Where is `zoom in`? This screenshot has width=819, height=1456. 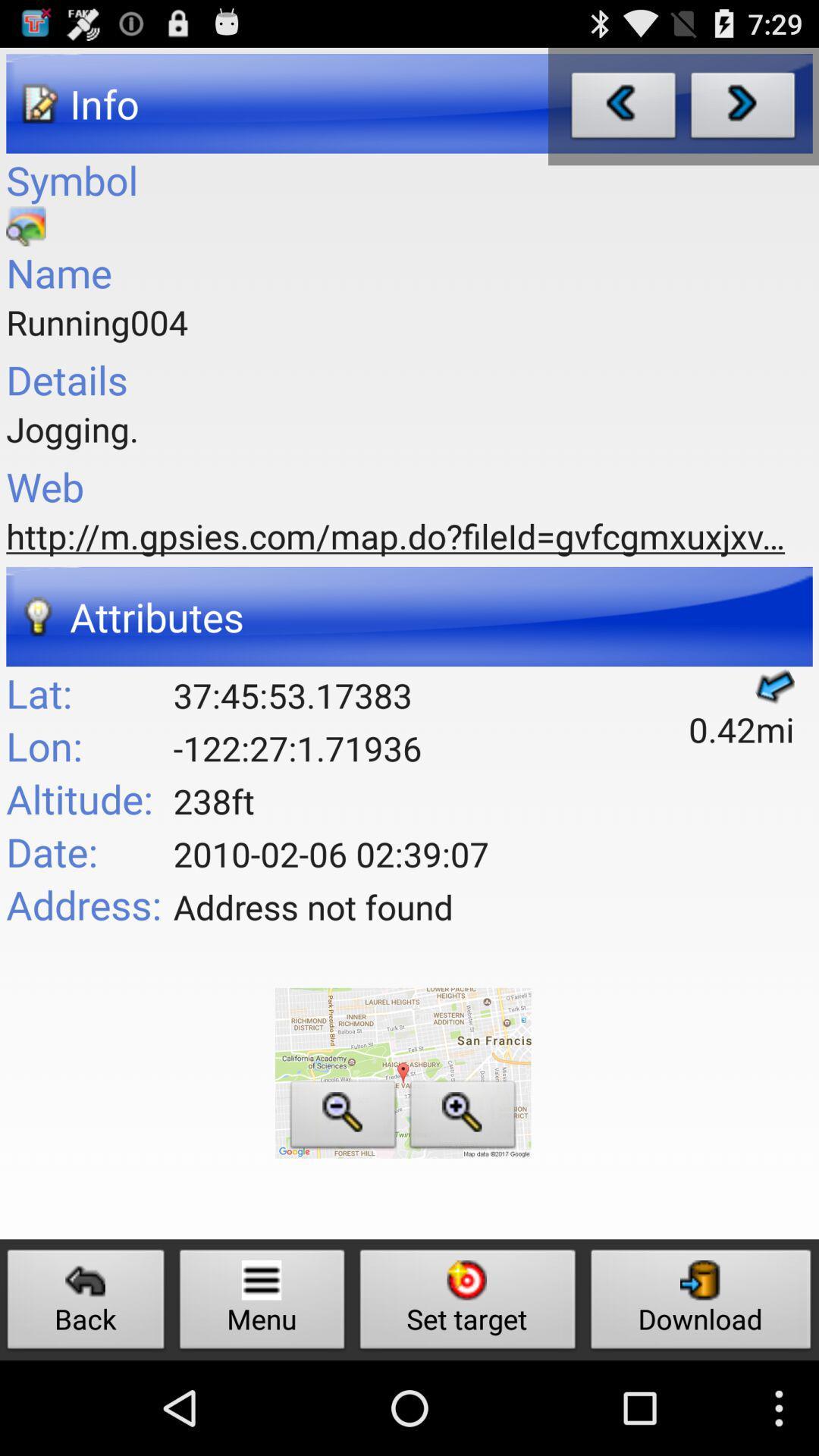 zoom in is located at coordinates (462, 1119).